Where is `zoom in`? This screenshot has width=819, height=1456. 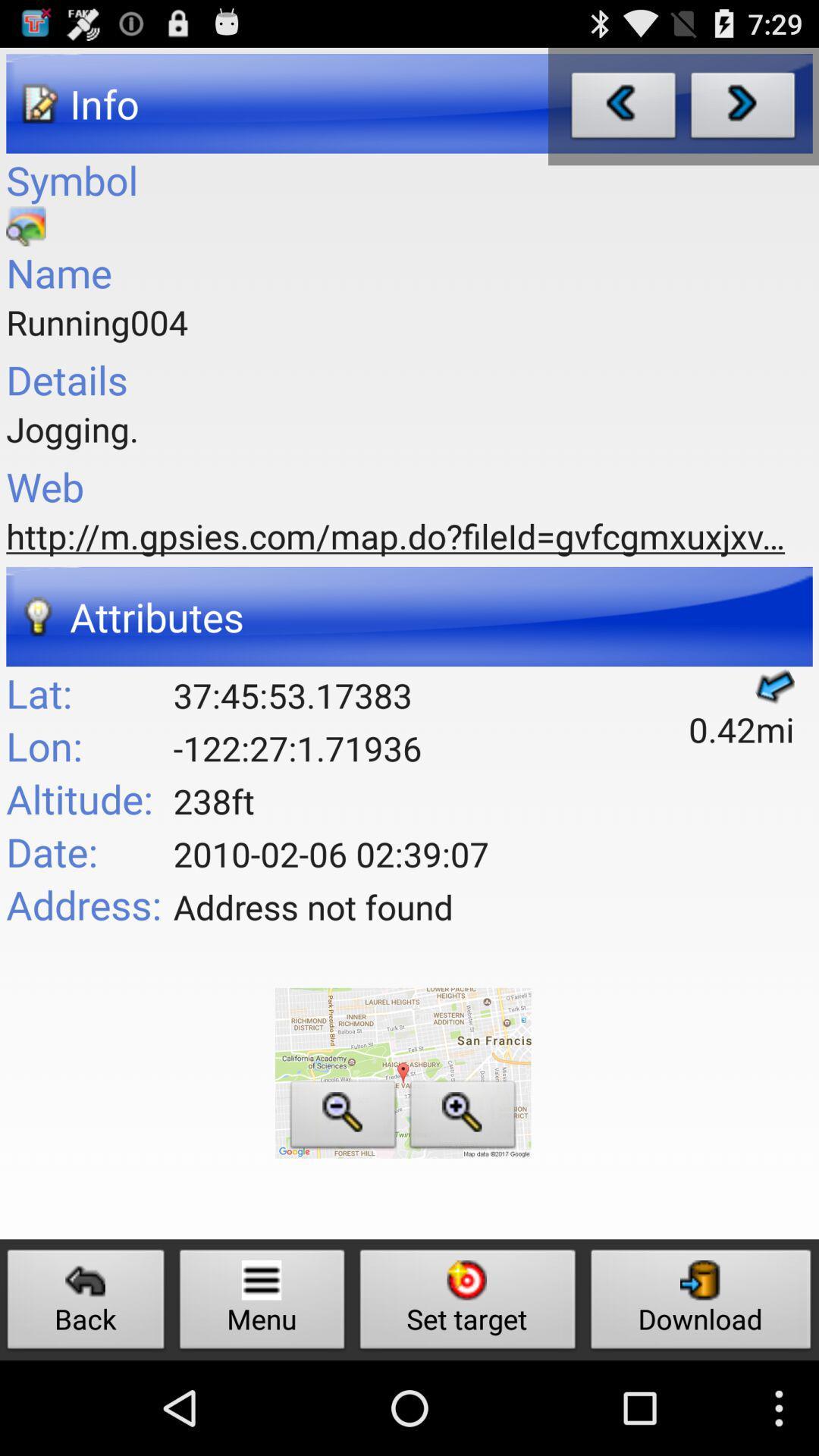 zoom in is located at coordinates (462, 1119).